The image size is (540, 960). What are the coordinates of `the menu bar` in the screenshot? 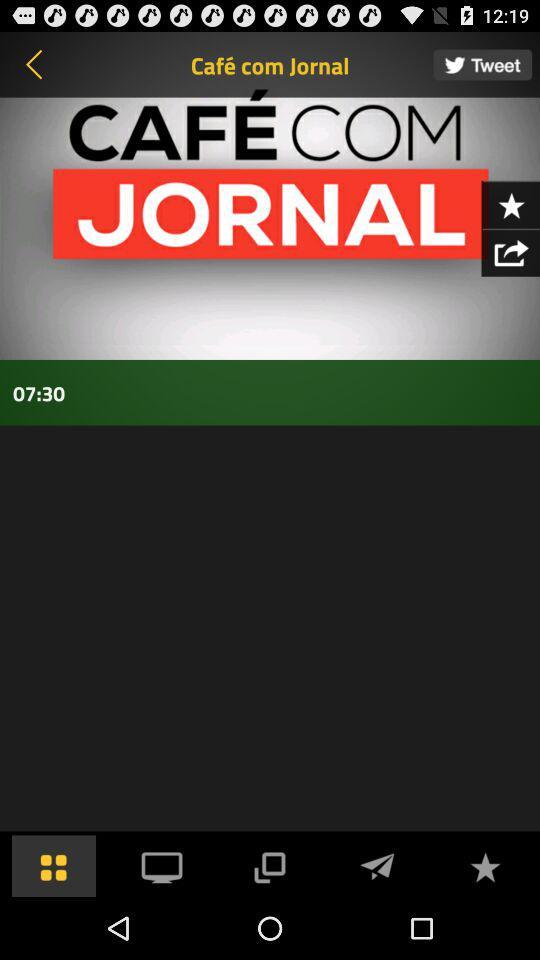 It's located at (54, 864).